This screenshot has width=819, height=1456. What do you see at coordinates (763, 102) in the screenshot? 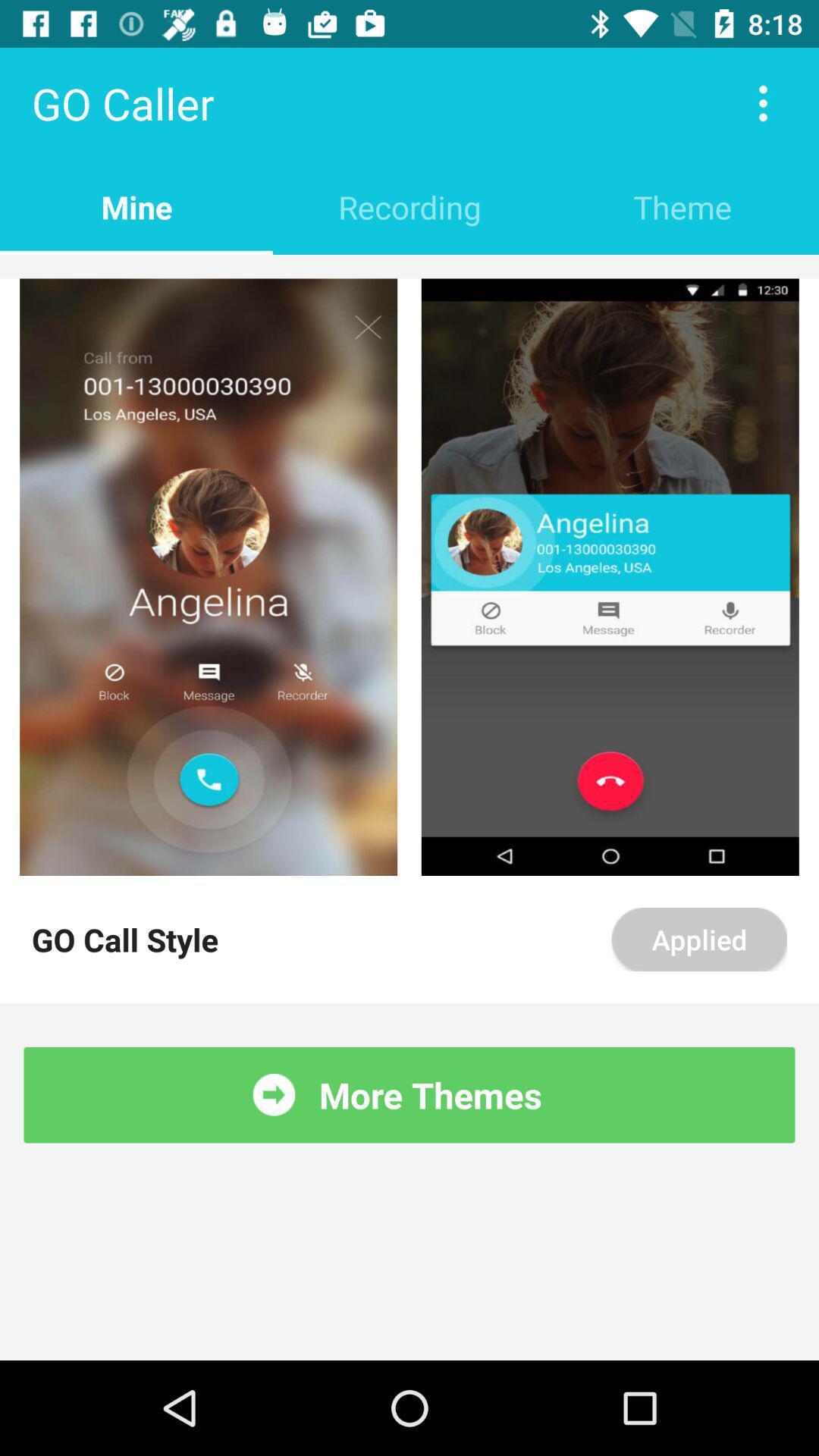
I see `an option setting` at bounding box center [763, 102].